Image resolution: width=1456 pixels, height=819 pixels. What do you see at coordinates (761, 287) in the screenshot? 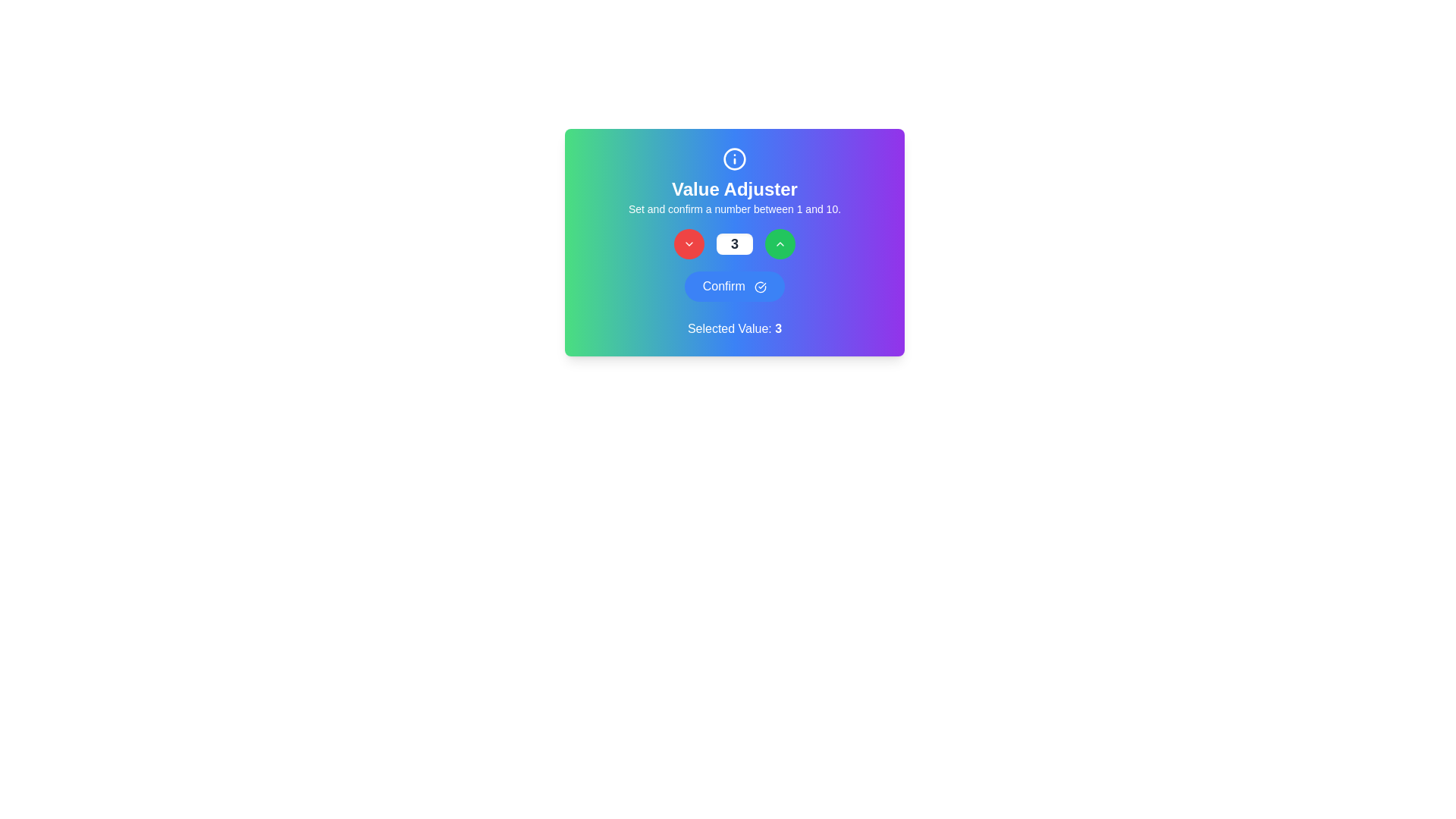
I see `the circular icon with a check mark in the center, which is styled with a light blue background and is located to the right of the 'Confirm' text within the button labeled 'Confirm'` at bounding box center [761, 287].